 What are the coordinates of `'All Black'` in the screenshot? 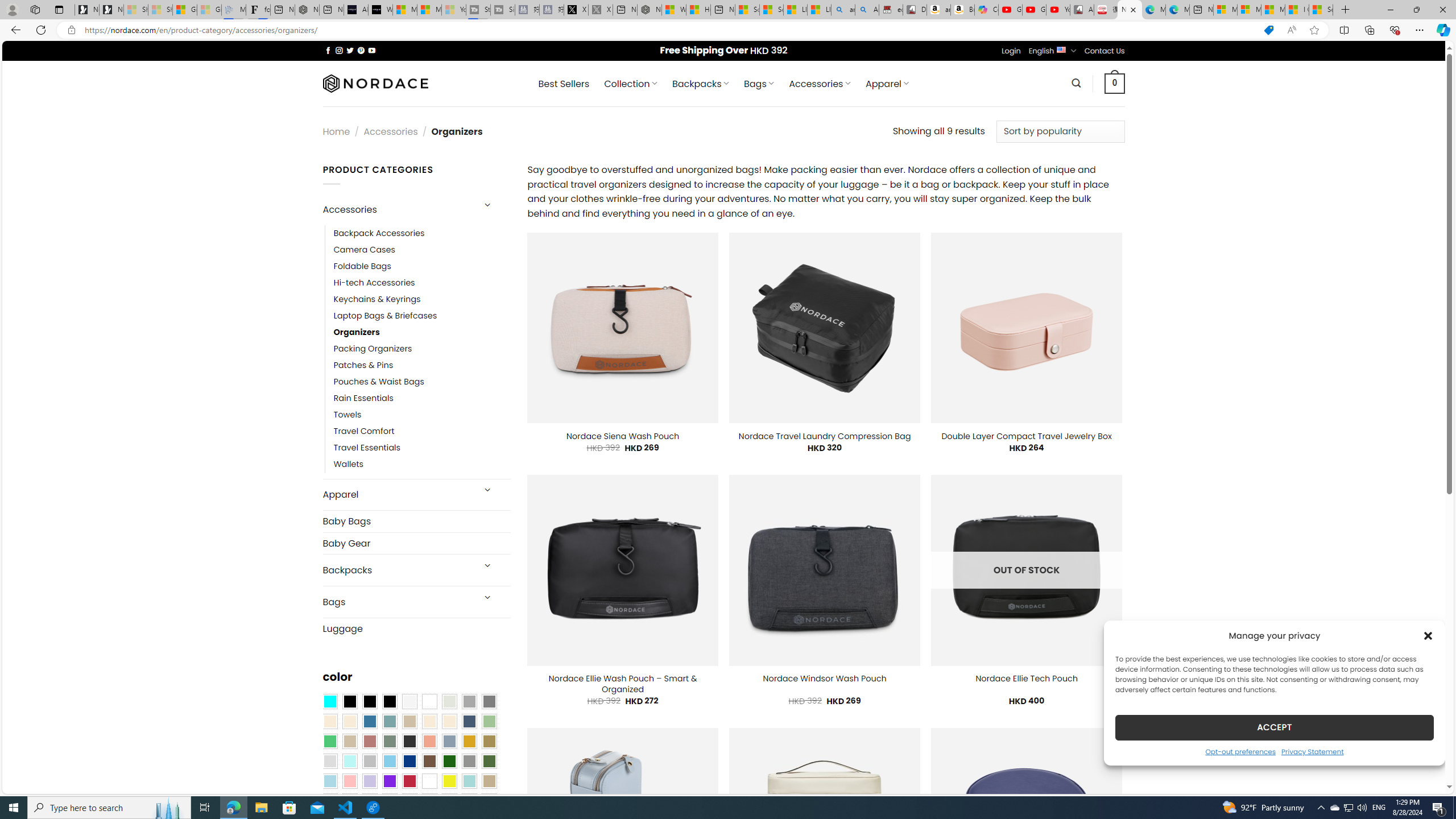 It's located at (349, 701).